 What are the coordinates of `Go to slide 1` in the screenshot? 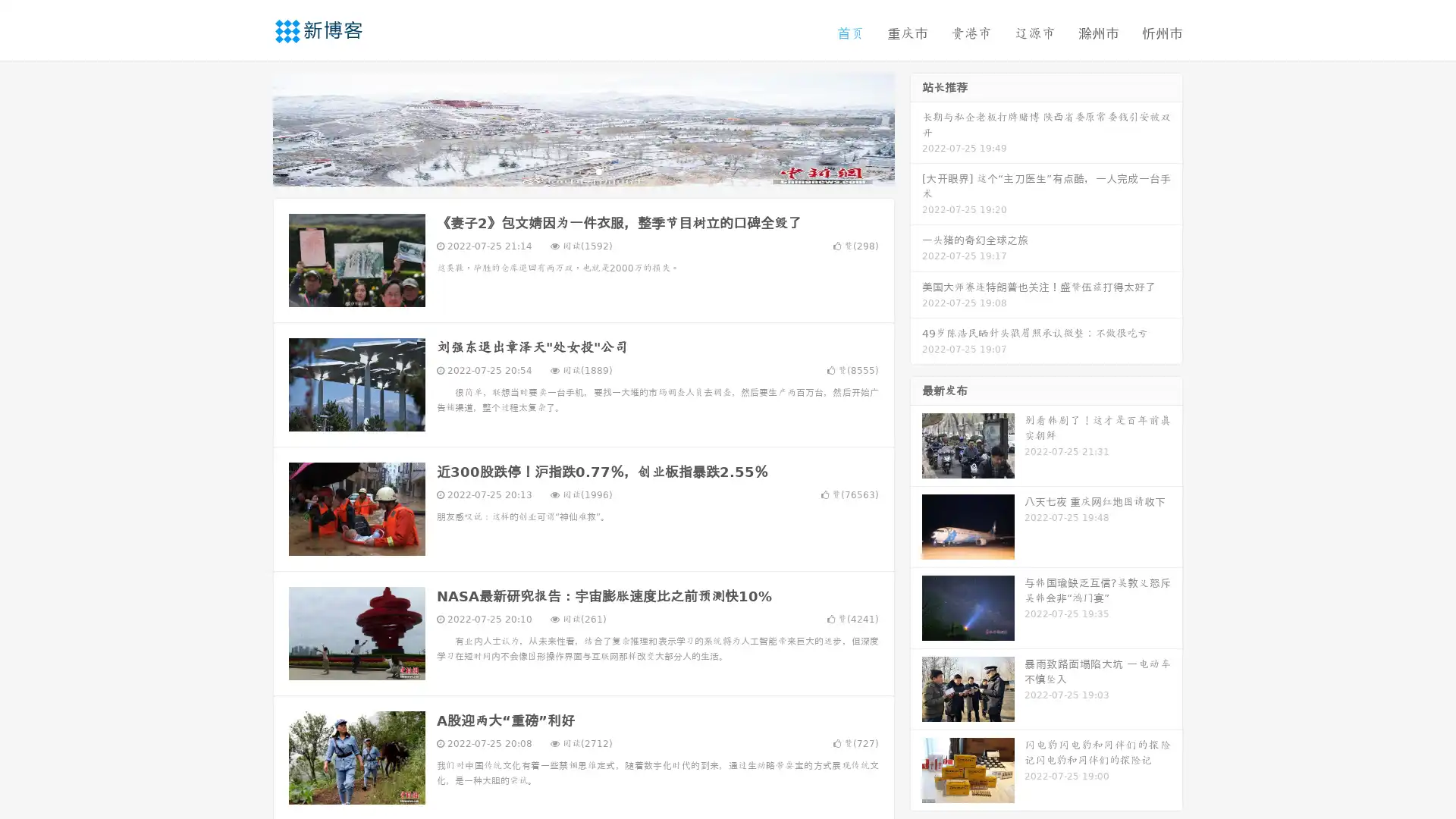 It's located at (567, 171).